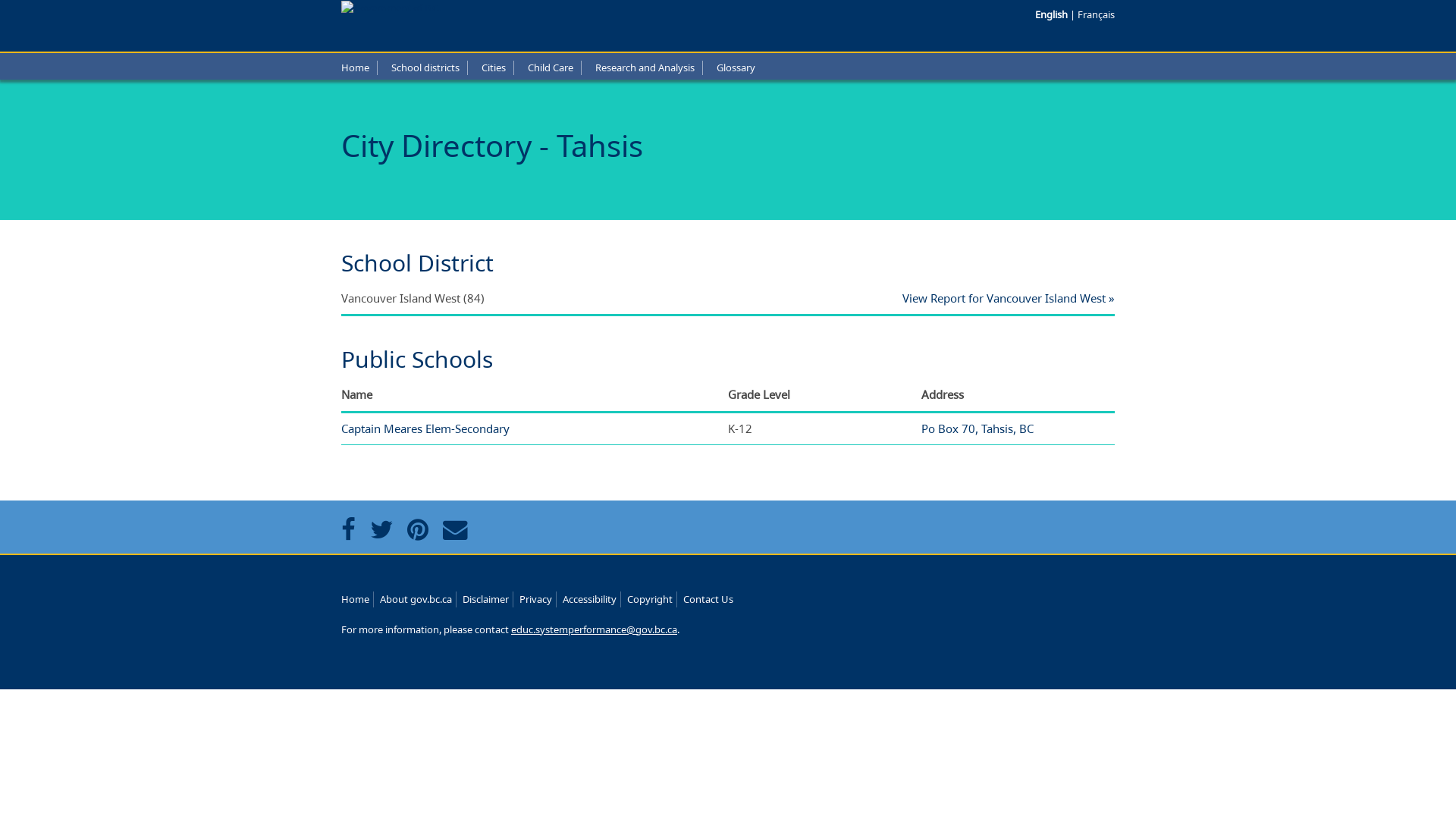 The width and height of the screenshot is (1456, 819). Describe the element at coordinates (1034, 14) in the screenshot. I see `'English'` at that location.